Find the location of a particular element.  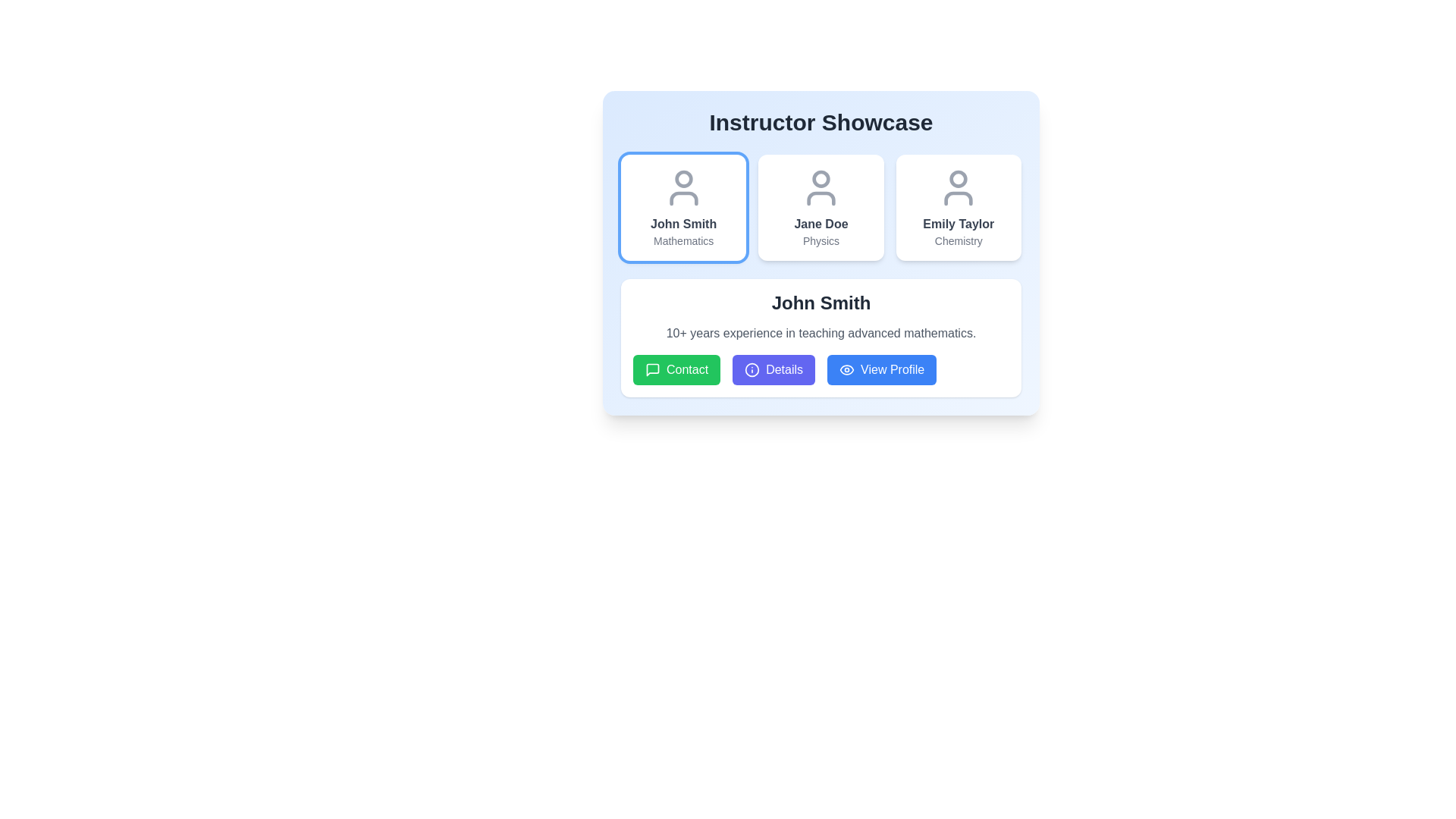

the circle representing the head in the user icon located in the first profile card of the 'Instructor Showcase', positioned at the leftmost column within the grid of three cards is located at coordinates (682, 178).